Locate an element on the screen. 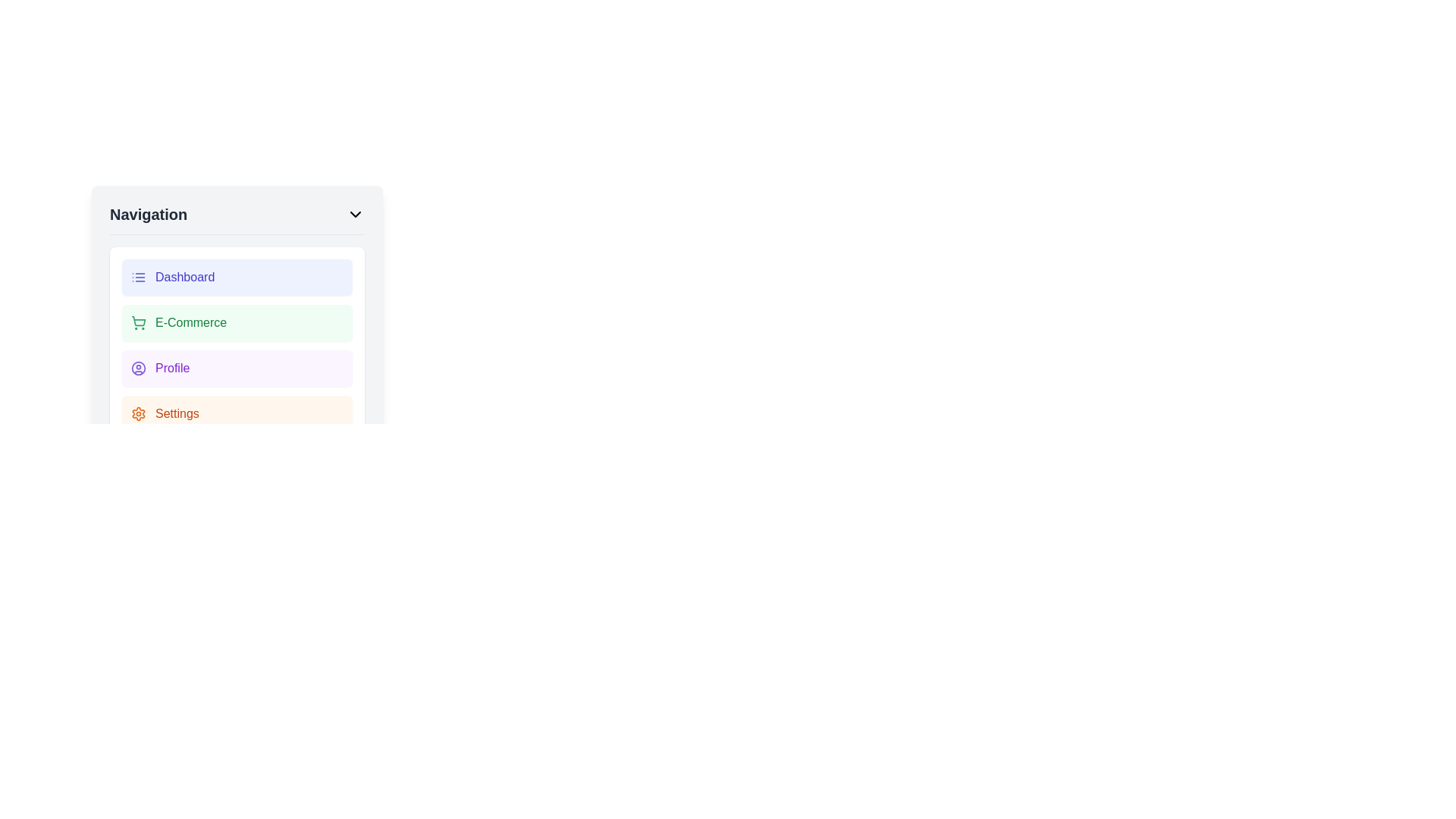 The image size is (1456, 819). the third menu item in the vertical navigation list that allows users is located at coordinates (236, 369).